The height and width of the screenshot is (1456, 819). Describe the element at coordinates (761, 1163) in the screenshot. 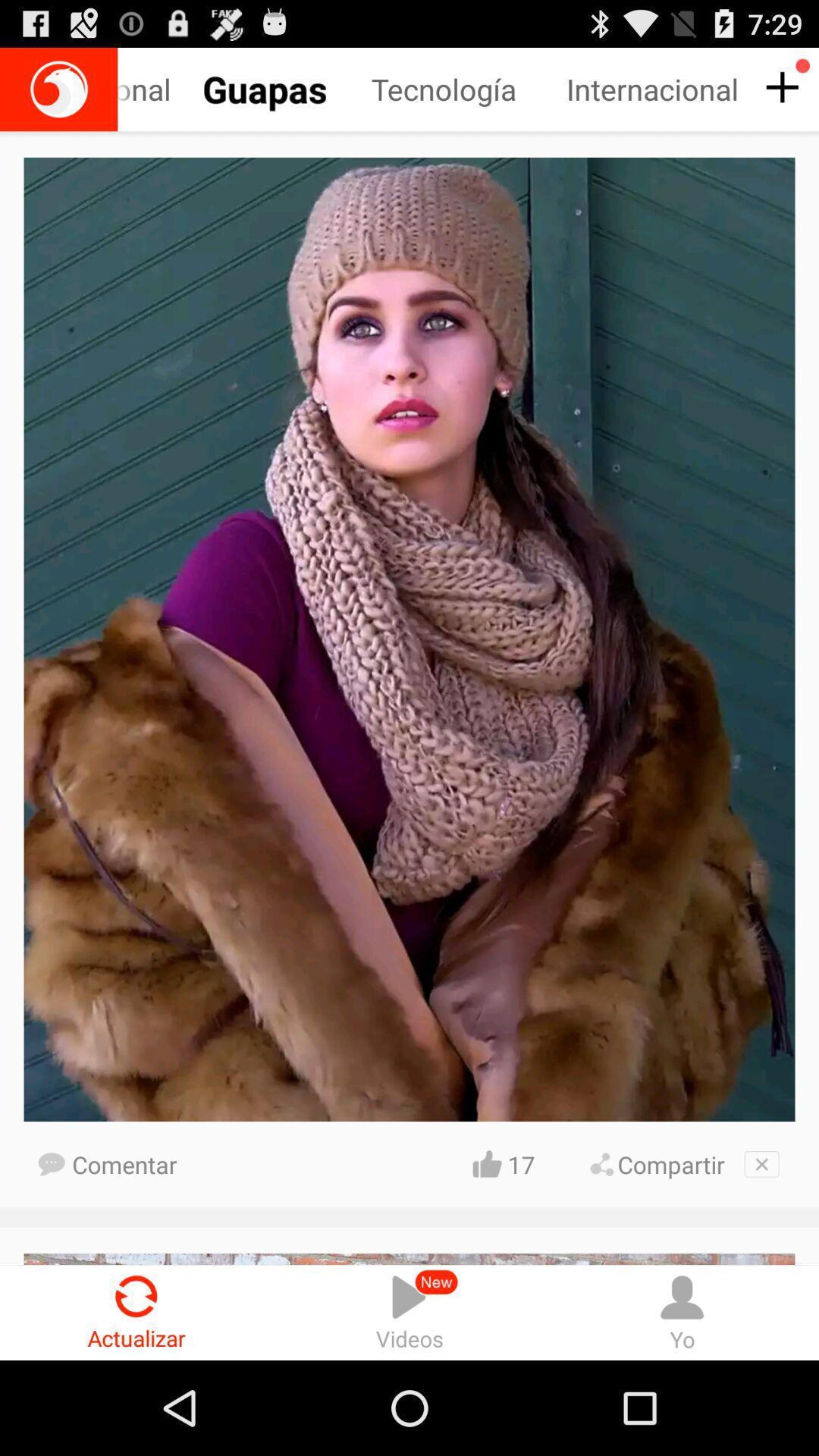

I see `the button is used to close the page` at that location.